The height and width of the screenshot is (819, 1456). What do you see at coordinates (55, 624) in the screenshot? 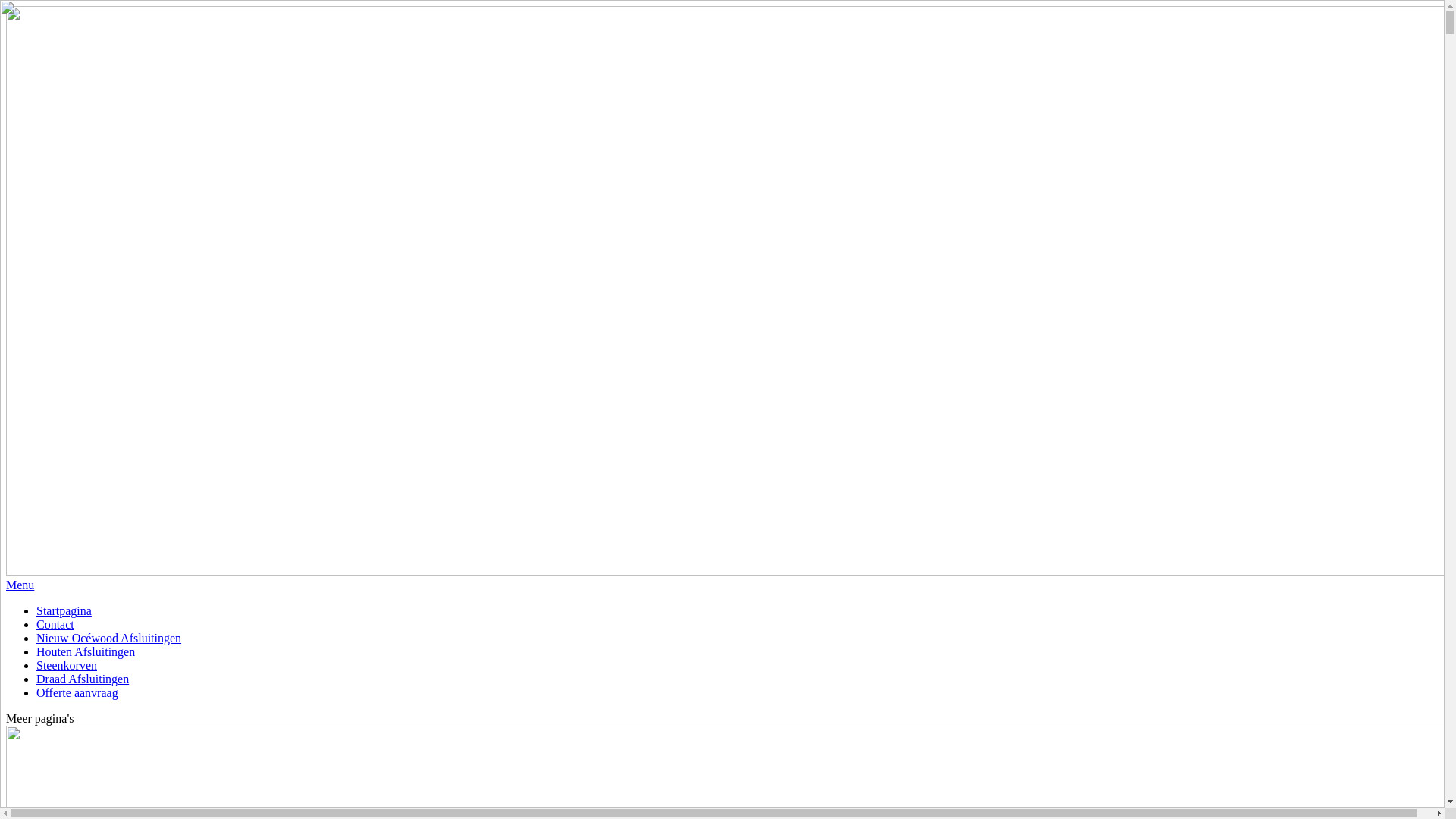
I see `'Contact'` at bounding box center [55, 624].